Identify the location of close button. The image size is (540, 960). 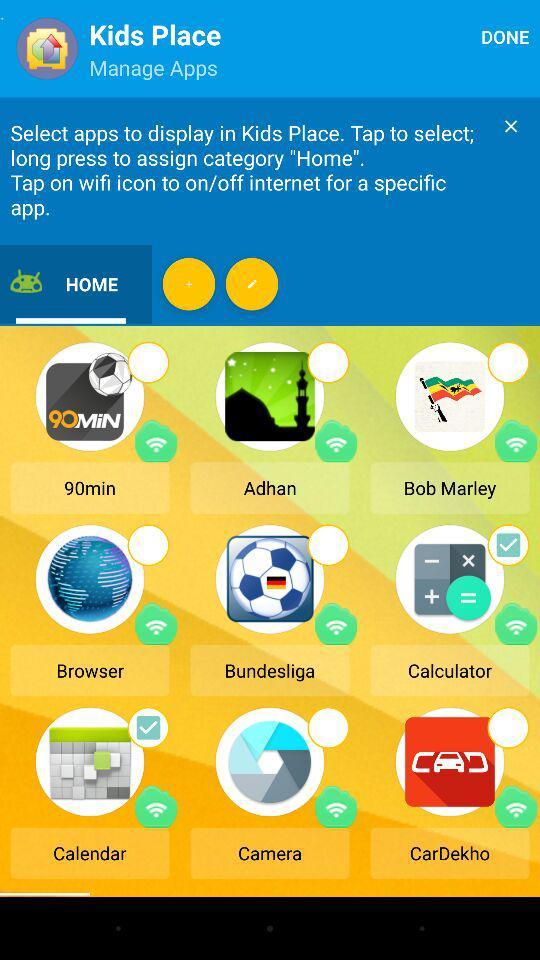
(511, 125).